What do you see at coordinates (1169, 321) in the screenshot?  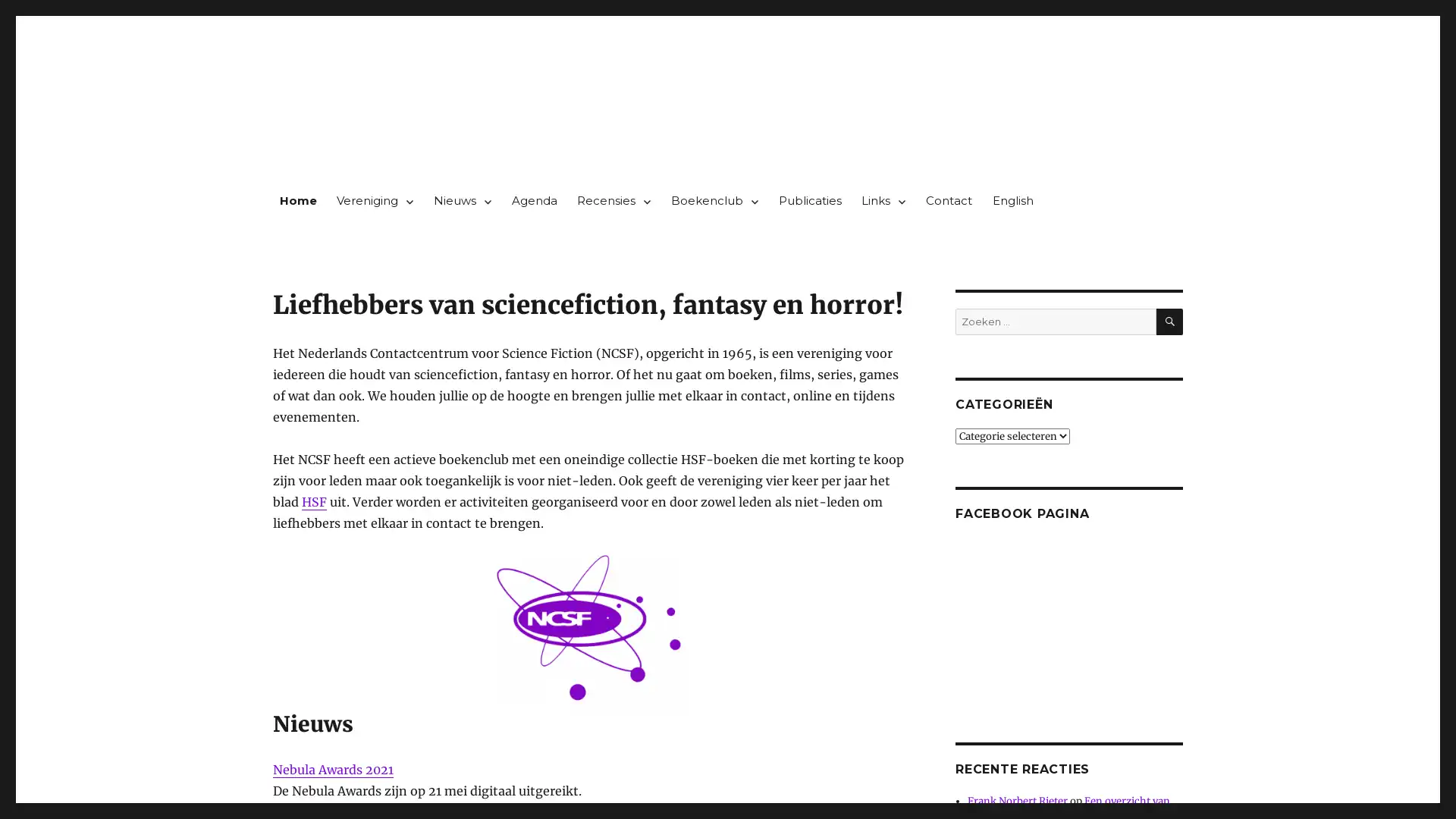 I see `ZOEKEN` at bounding box center [1169, 321].